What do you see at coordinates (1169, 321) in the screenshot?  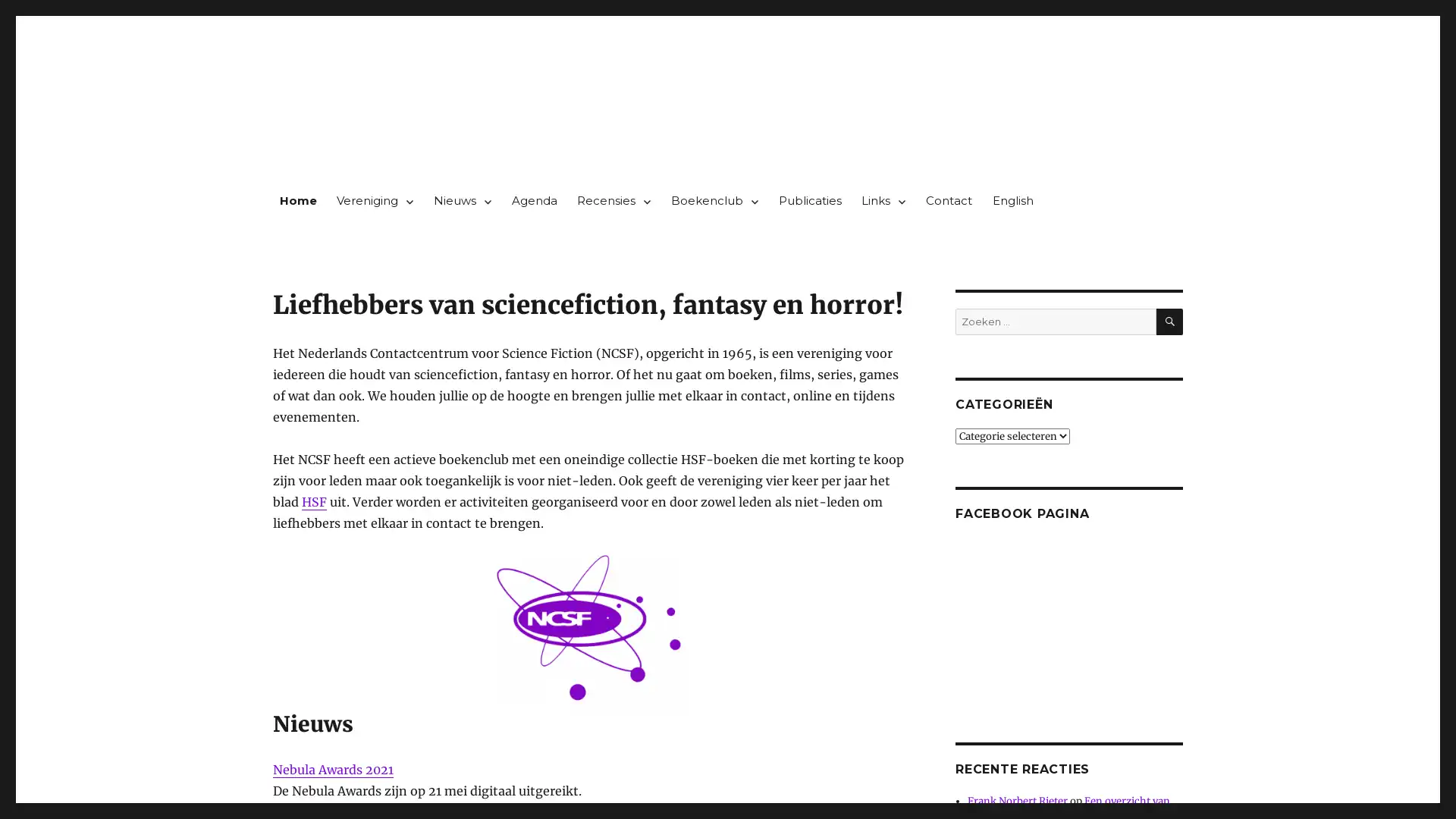 I see `ZOEKEN` at bounding box center [1169, 321].